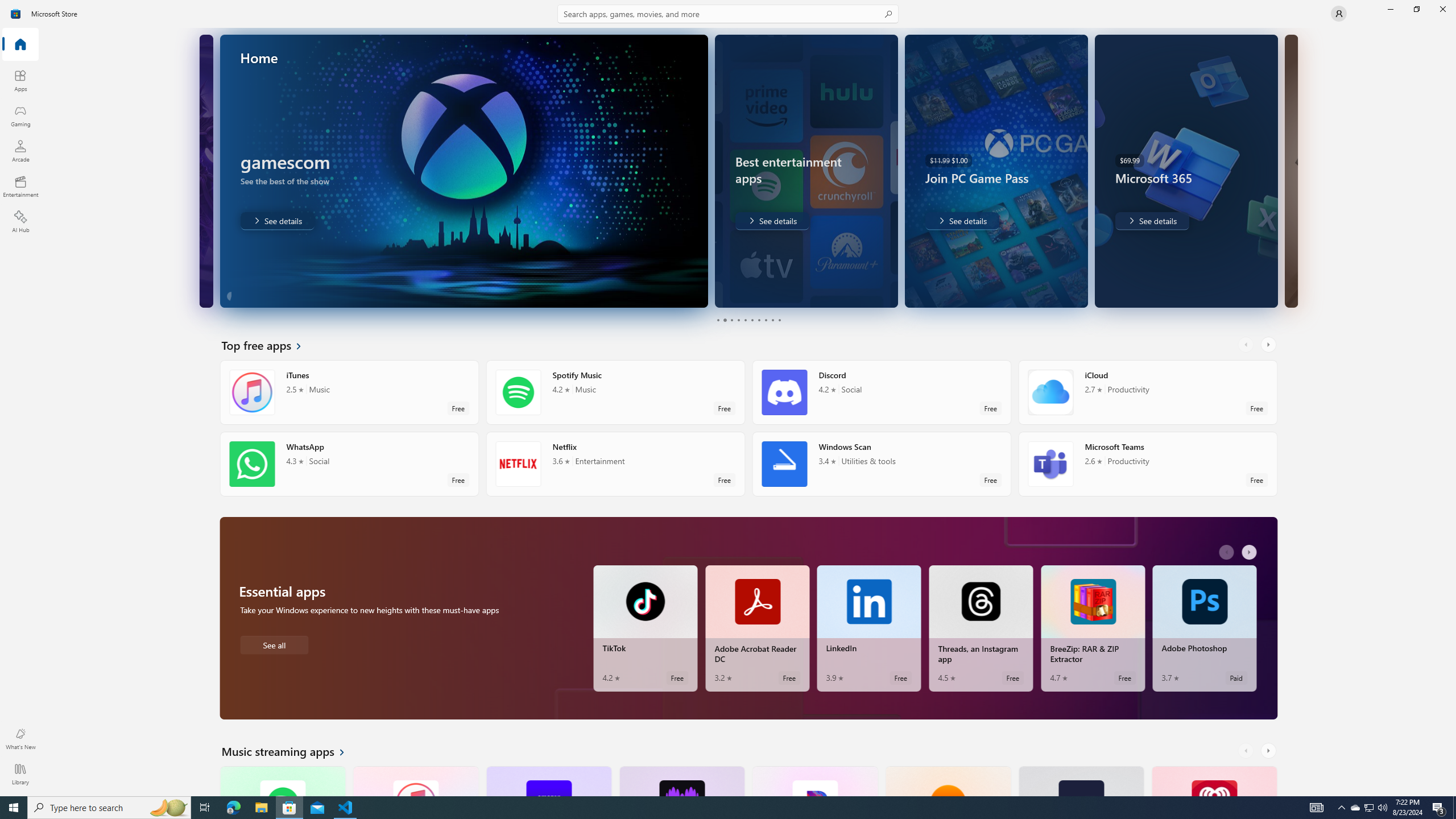 Image resolution: width=1456 pixels, height=819 pixels. Describe the element at coordinates (19, 80) in the screenshot. I see `'Apps'` at that location.